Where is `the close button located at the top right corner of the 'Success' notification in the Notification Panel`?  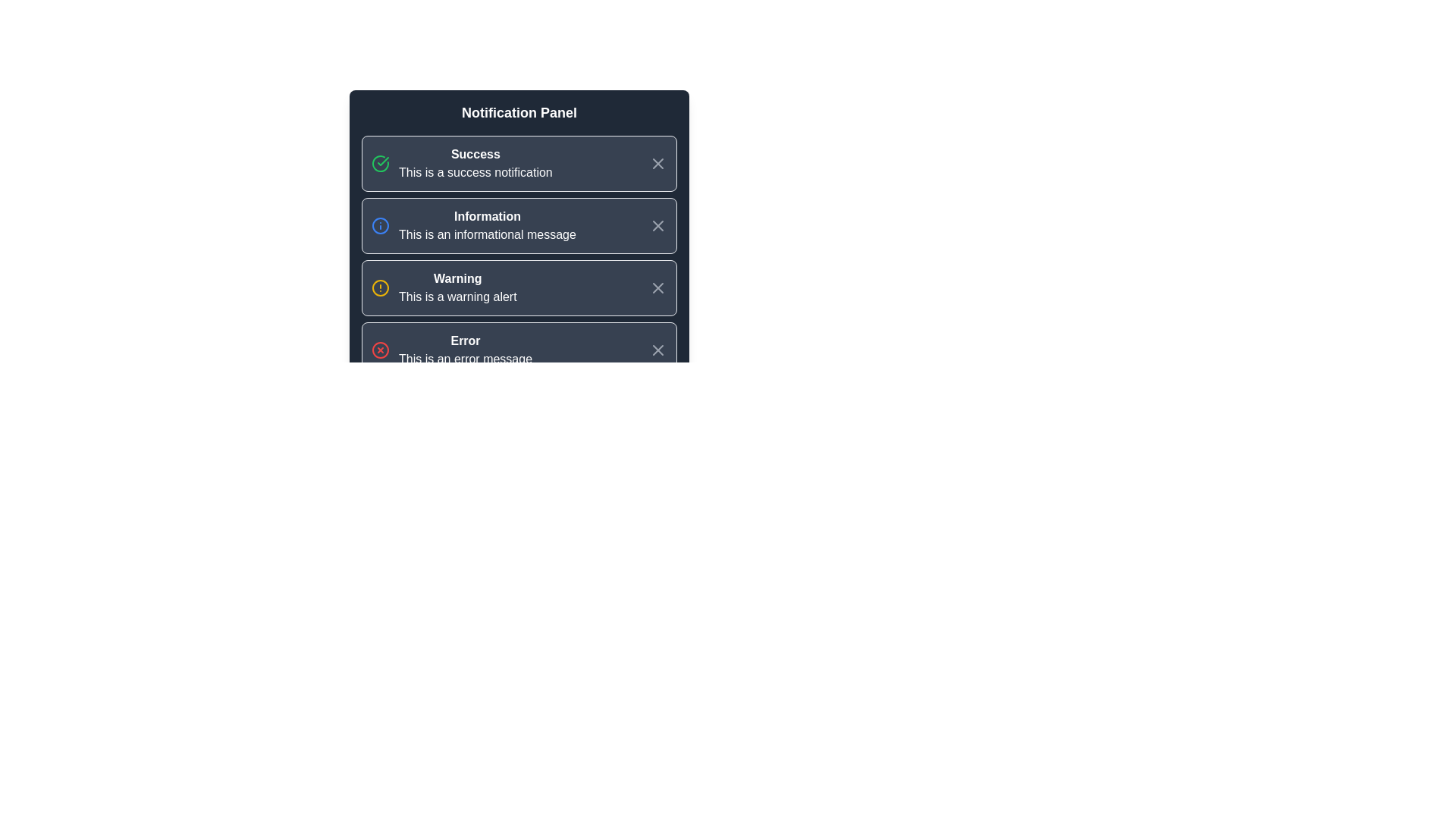 the close button located at the top right corner of the 'Success' notification in the Notification Panel is located at coordinates (658, 164).